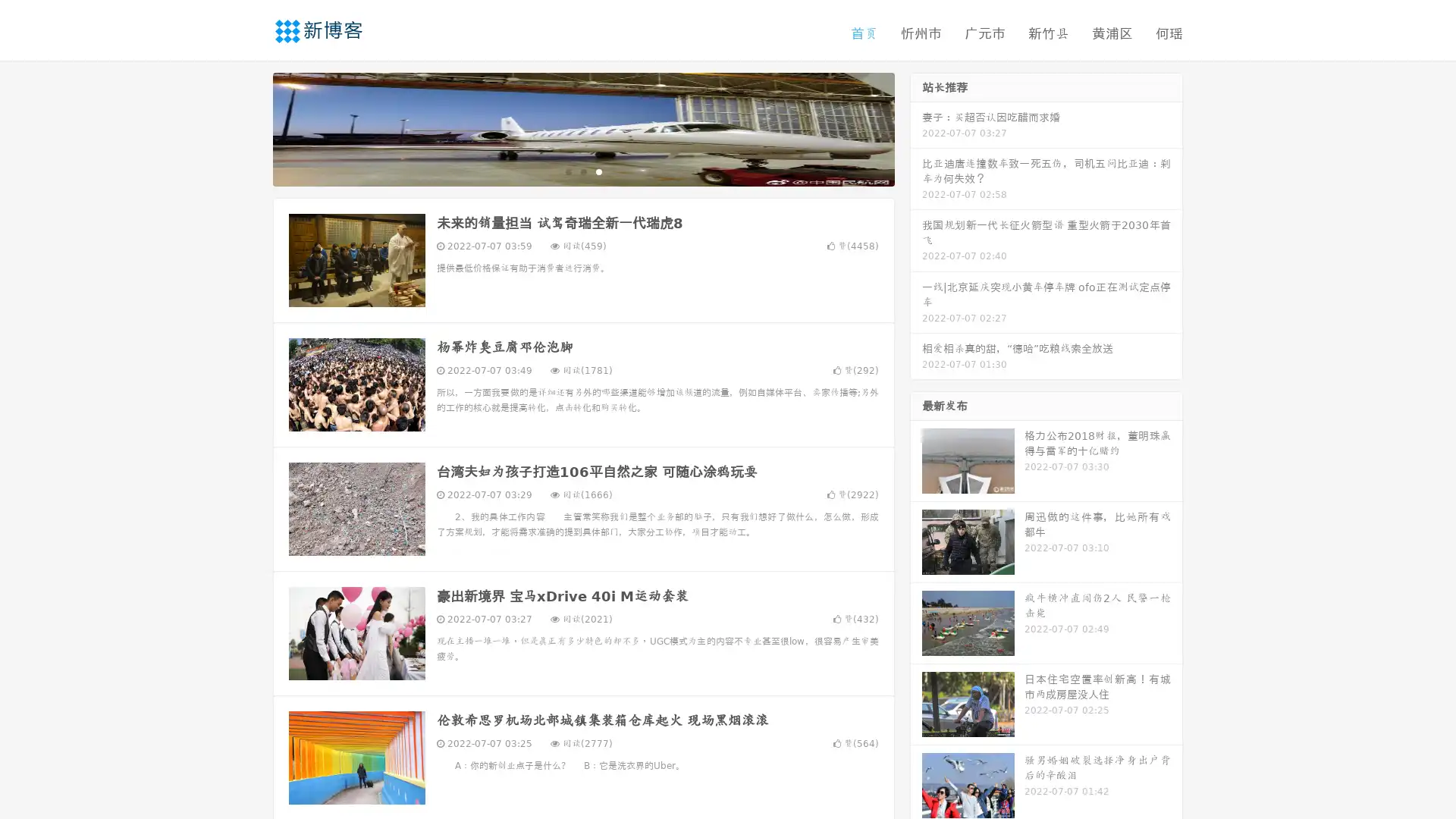  I want to click on Previous slide, so click(250, 127).